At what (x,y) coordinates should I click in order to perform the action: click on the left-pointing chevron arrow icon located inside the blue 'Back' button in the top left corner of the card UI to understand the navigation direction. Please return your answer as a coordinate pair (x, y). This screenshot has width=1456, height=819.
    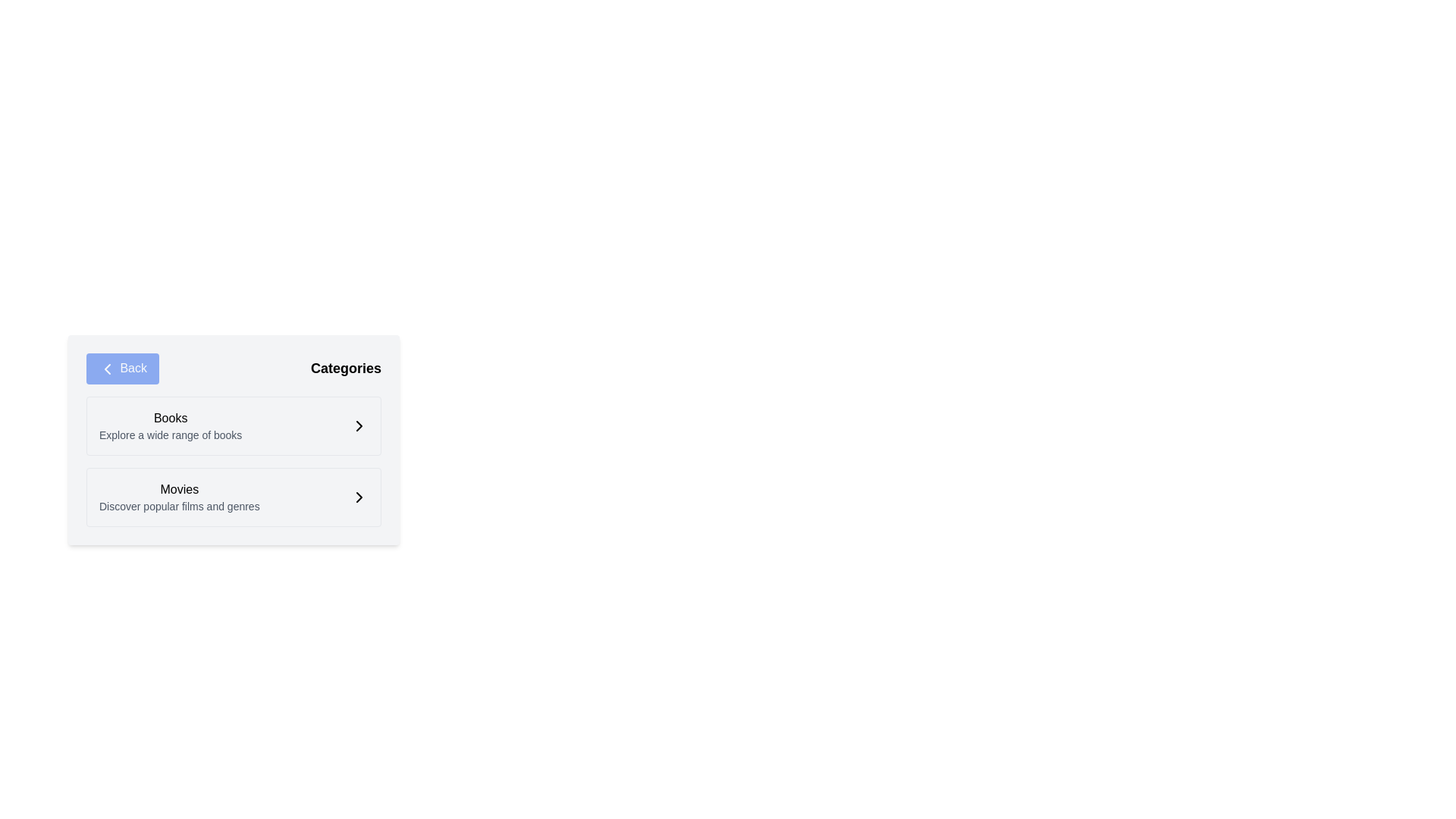
    Looking at the image, I should click on (107, 369).